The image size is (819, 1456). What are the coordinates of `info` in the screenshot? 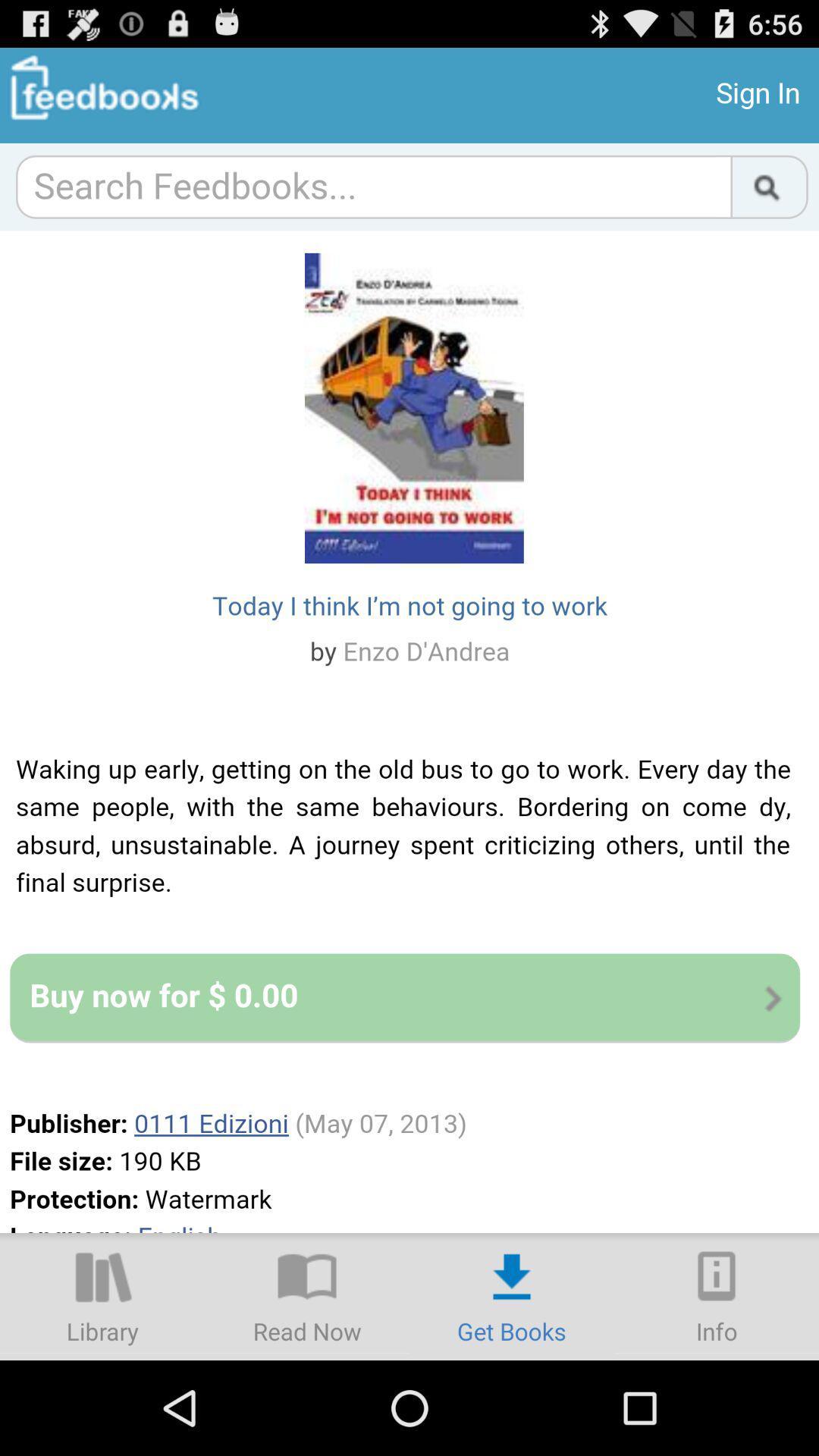 It's located at (717, 1295).